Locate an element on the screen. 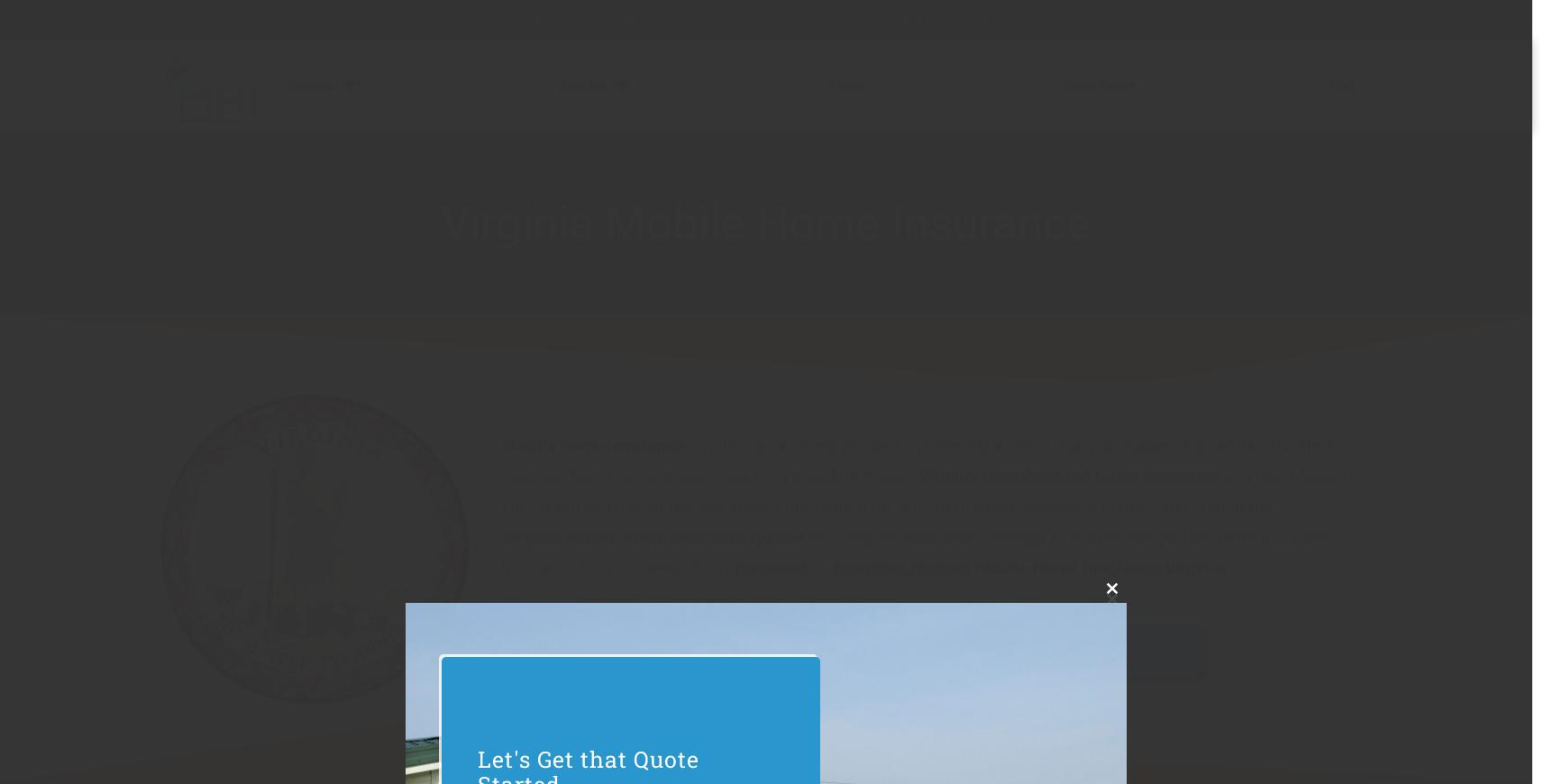 This screenshot has height=784, width=1553. 'Mobile Home Insurance Virginia' is located at coordinates (970, 567).